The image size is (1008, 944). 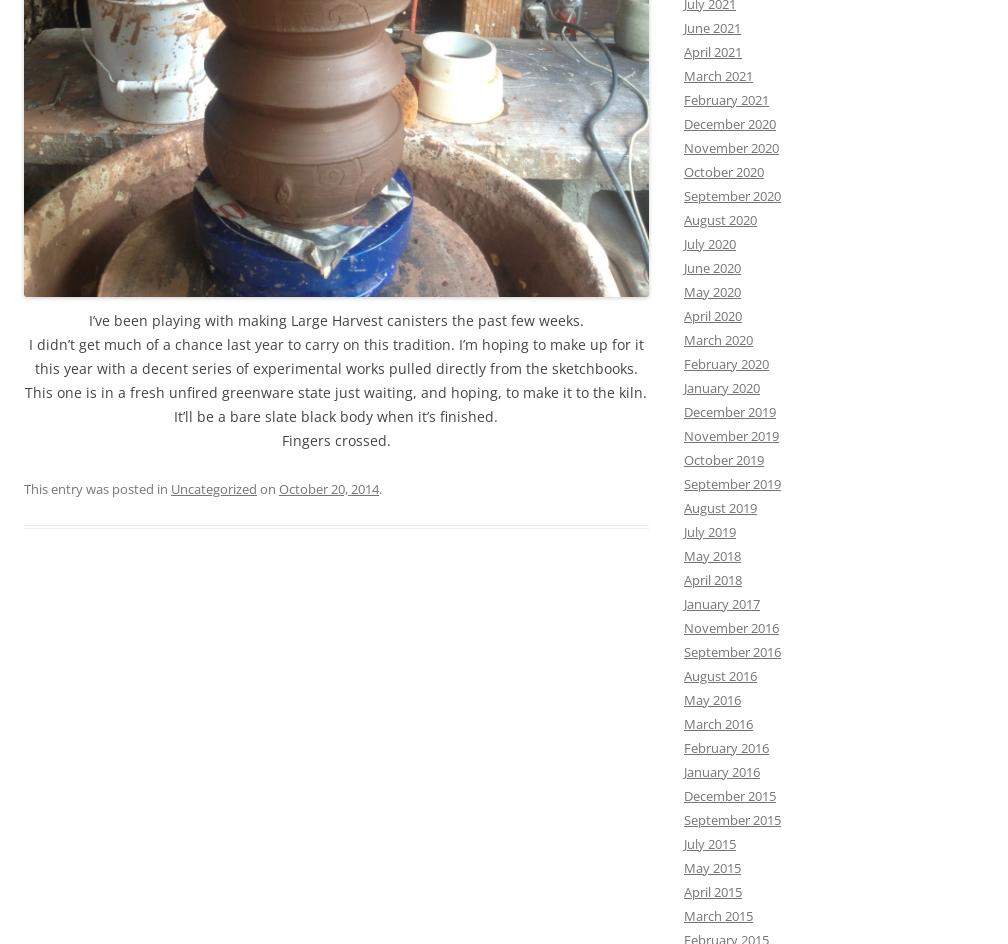 I want to click on 'February 2016', so click(x=726, y=746).